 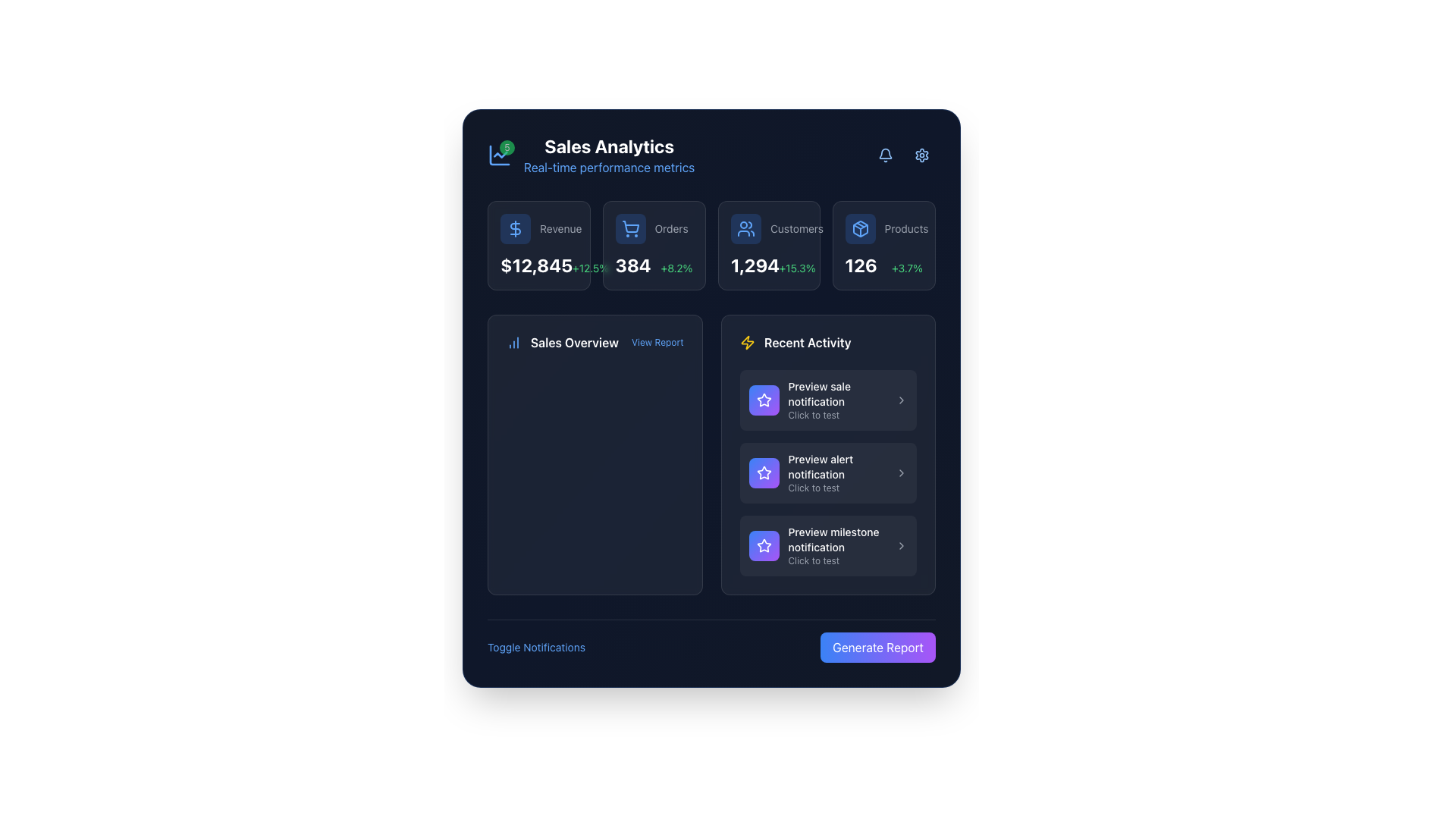 What do you see at coordinates (902, 472) in the screenshot?
I see `the right-facing chevron icon styled as an SVG located in the second item of the 'Recent Activity' section, adjacent to the 'Preview alert notification' text, for navigation` at bounding box center [902, 472].